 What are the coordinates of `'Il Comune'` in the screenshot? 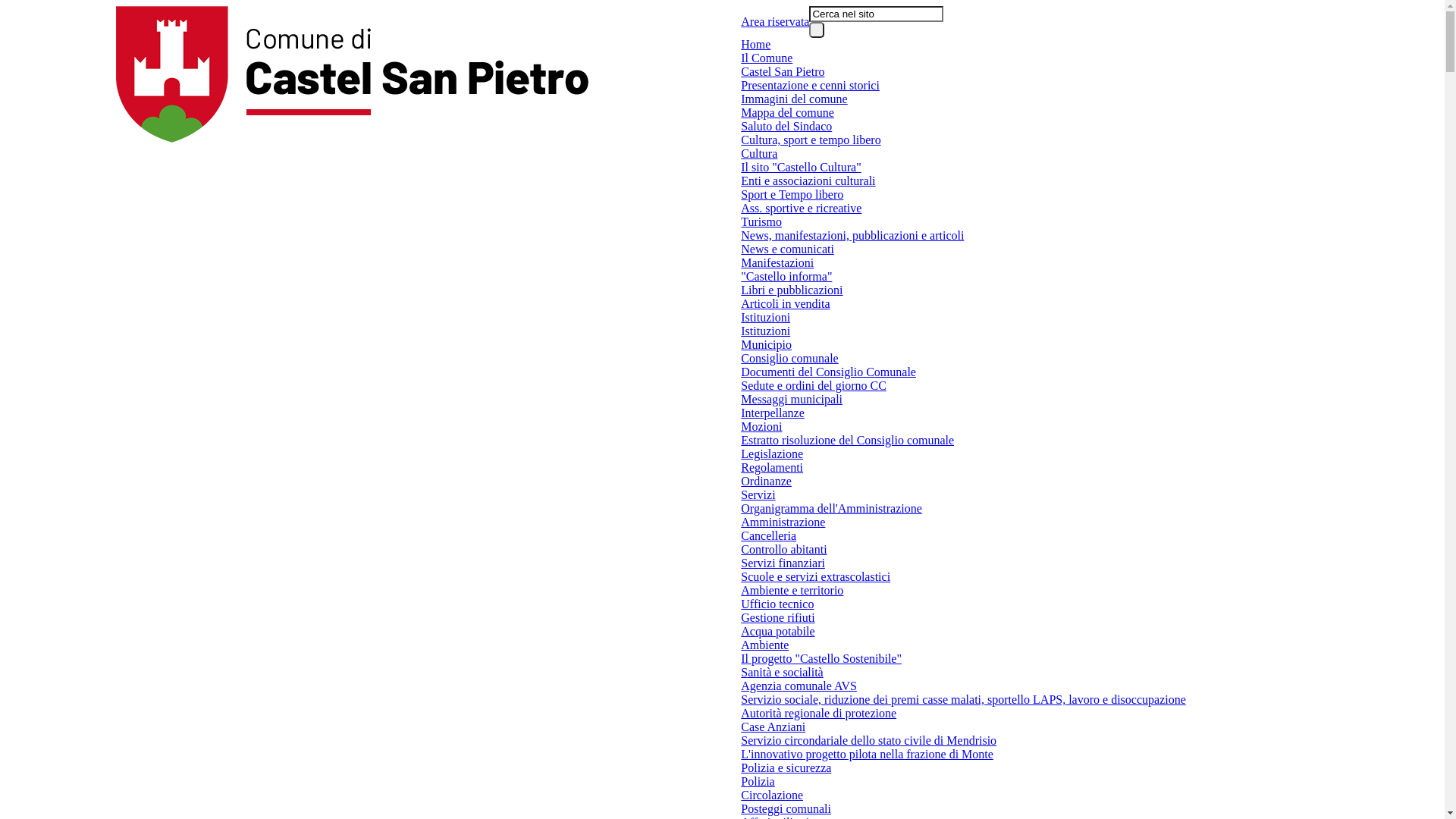 It's located at (767, 58).